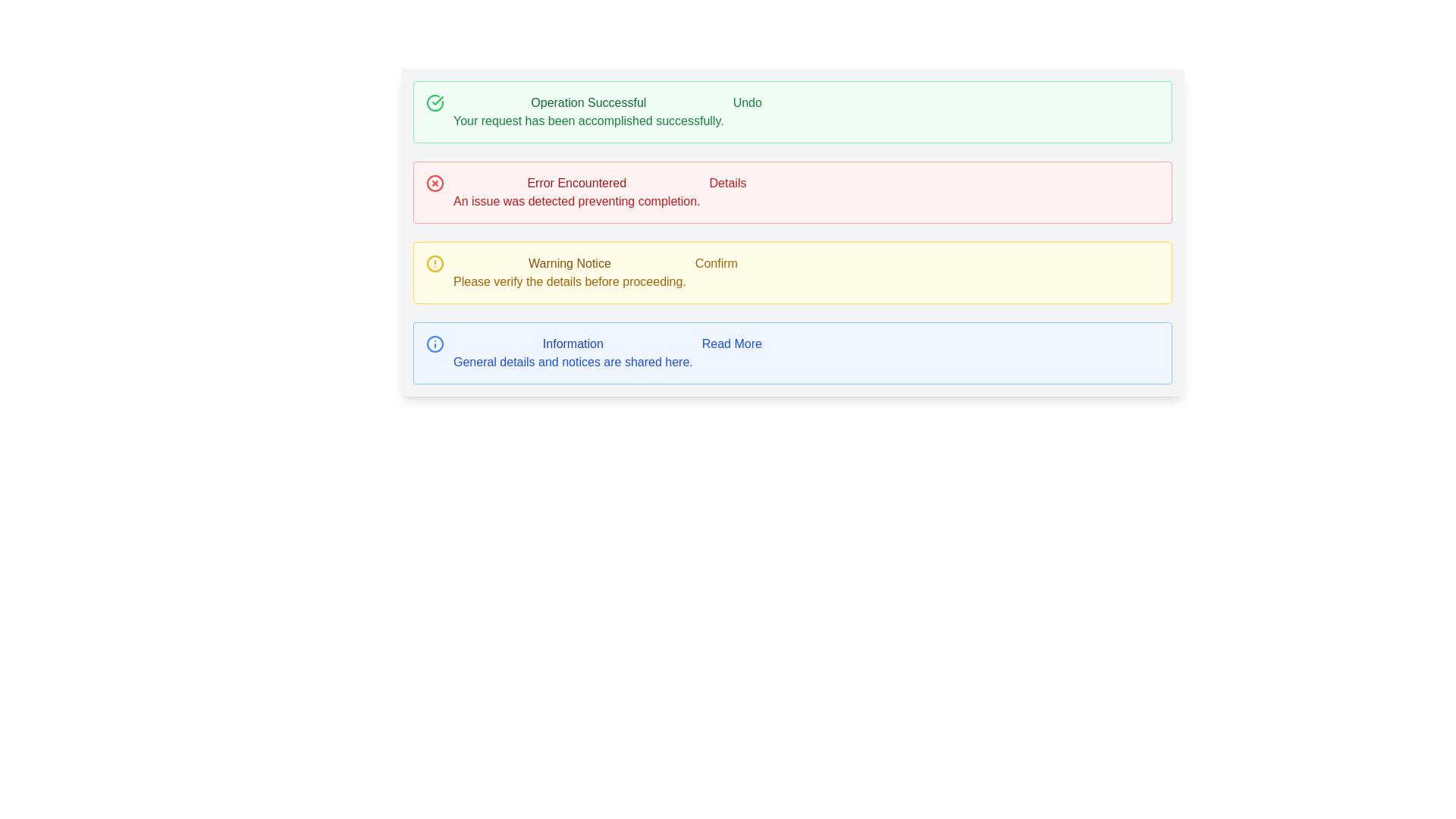  Describe the element at coordinates (747, 102) in the screenshot. I see `the 'Undo' button on the right side of the notification panel to undo an action` at that location.